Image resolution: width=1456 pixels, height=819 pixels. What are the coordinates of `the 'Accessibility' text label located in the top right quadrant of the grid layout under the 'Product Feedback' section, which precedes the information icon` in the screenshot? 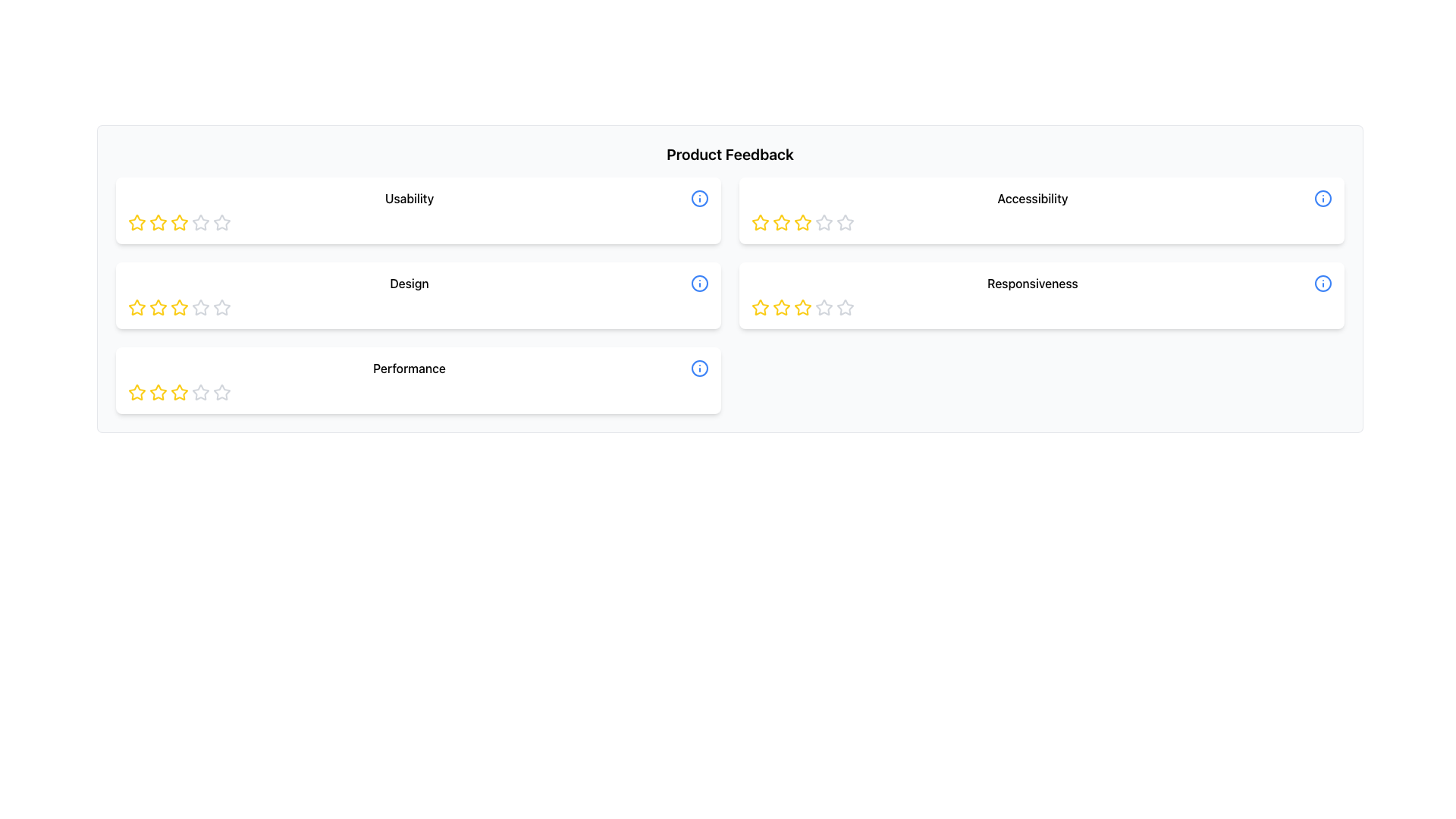 It's located at (1032, 198).